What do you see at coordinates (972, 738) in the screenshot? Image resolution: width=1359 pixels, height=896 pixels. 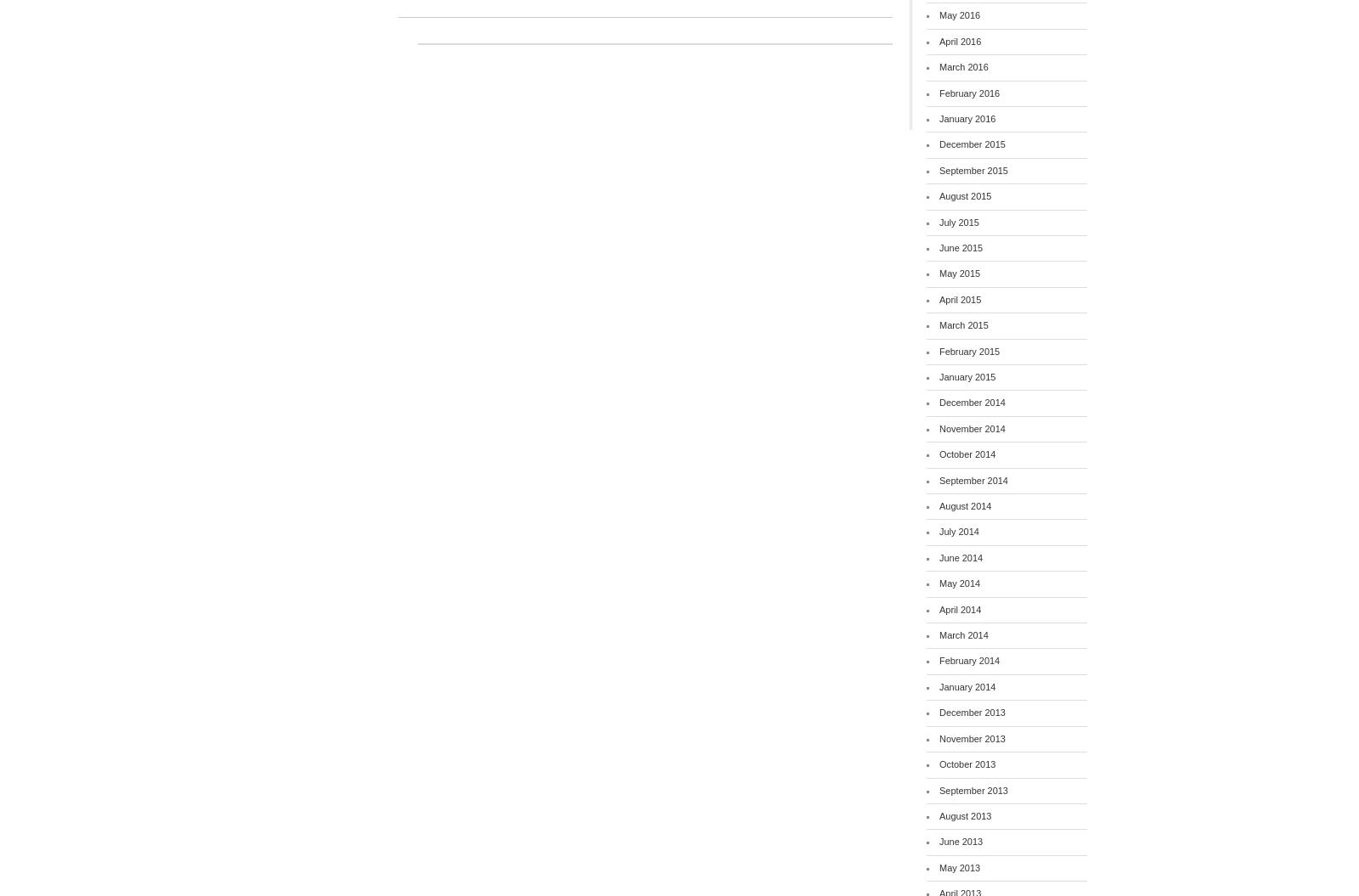 I see `'November 2013'` at bounding box center [972, 738].